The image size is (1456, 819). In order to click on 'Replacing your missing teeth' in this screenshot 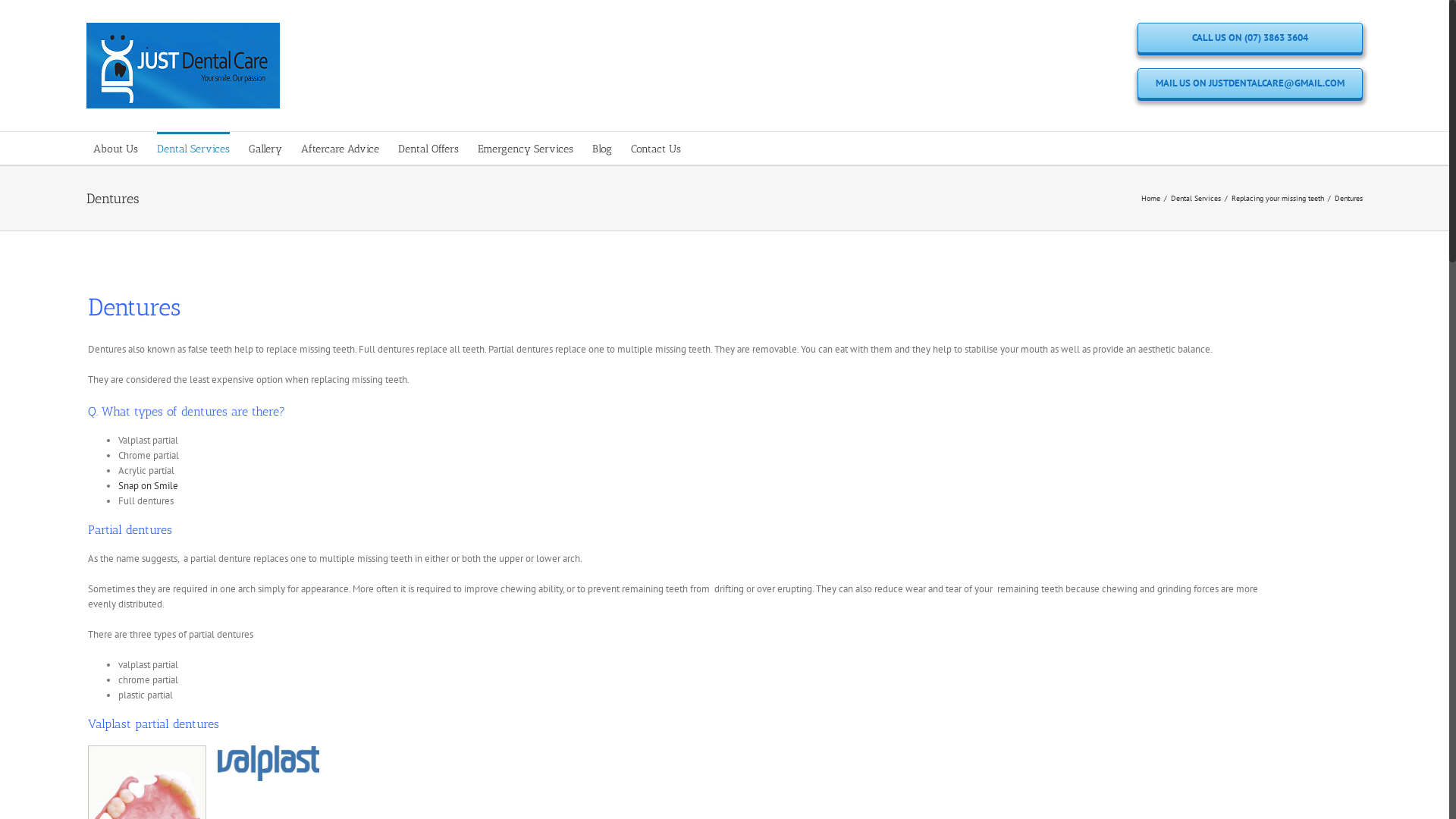, I will do `click(1231, 196)`.